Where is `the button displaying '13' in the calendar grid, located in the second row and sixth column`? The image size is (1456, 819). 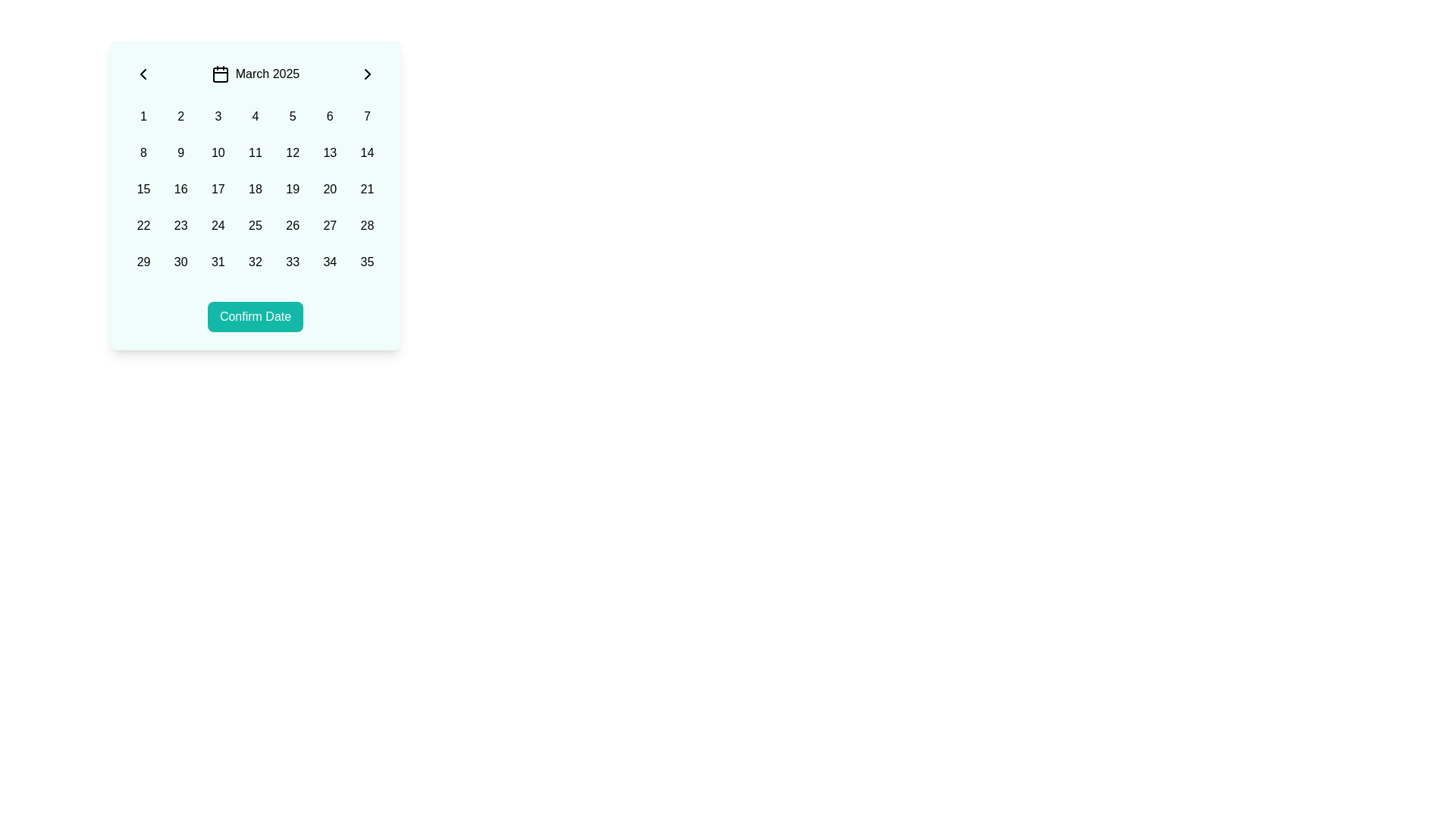 the button displaying '13' in the calendar grid, located in the second row and sixth column is located at coordinates (329, 152).